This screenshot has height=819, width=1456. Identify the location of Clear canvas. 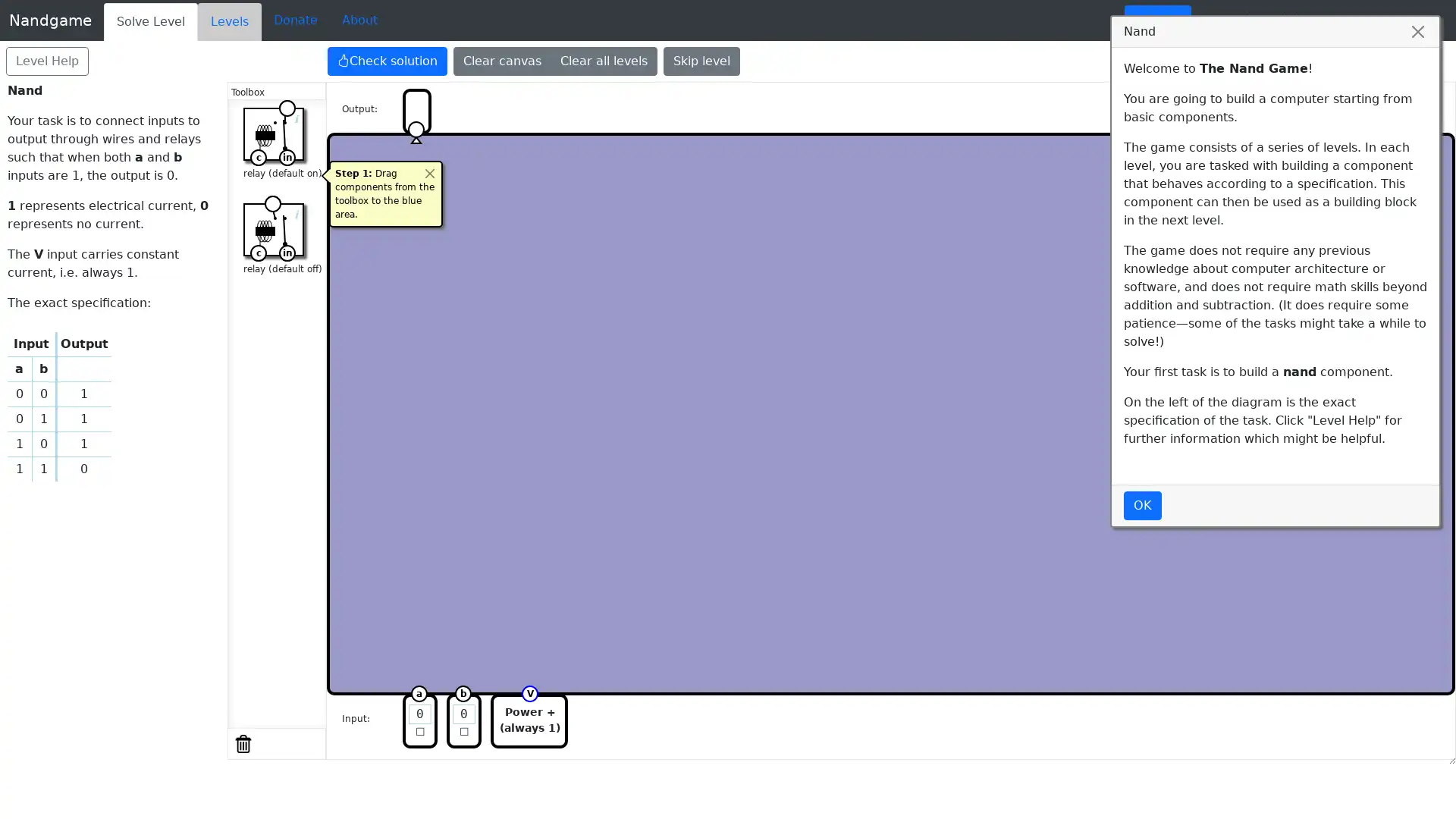
(502, 61).